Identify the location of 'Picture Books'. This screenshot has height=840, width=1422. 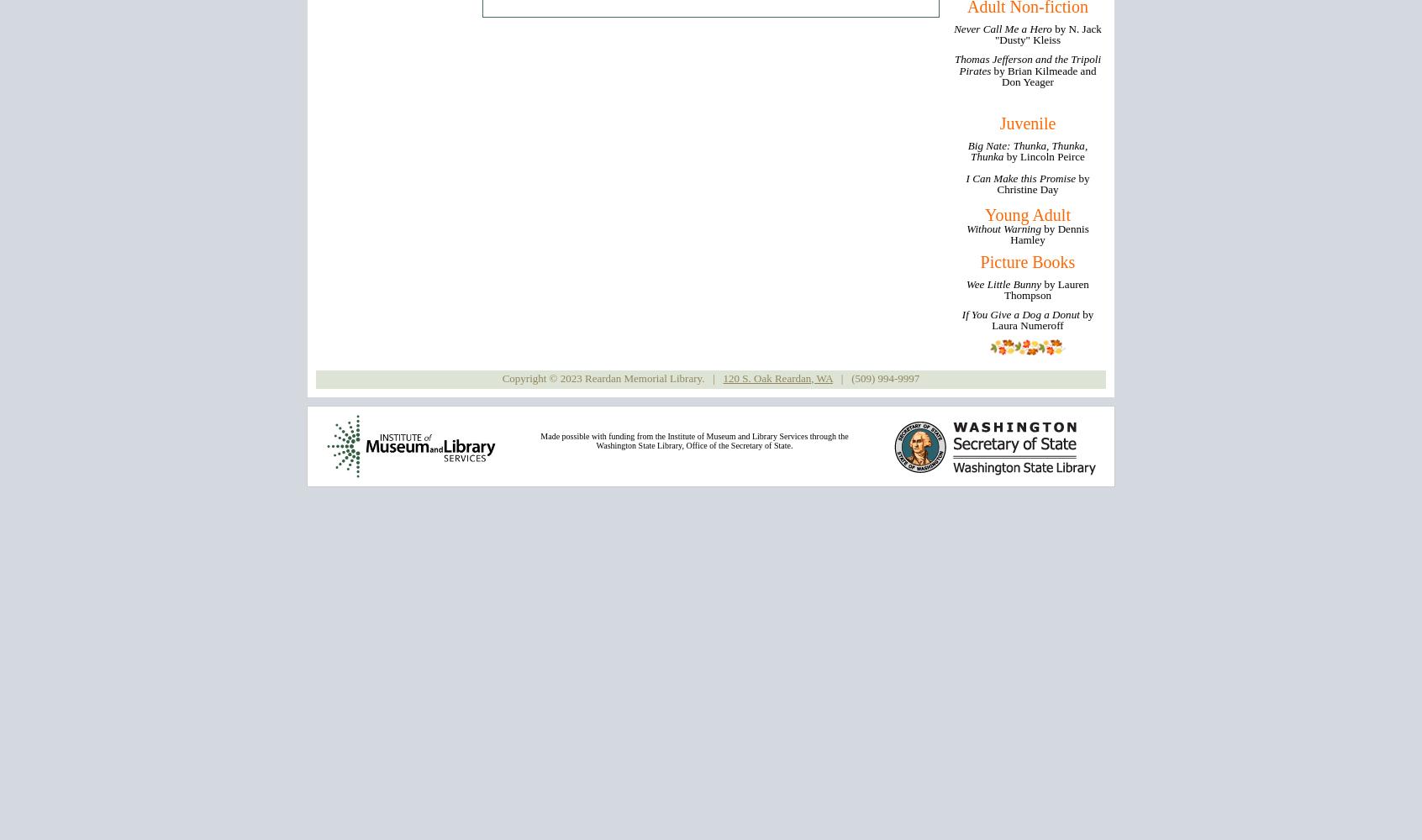
(1027, 261).